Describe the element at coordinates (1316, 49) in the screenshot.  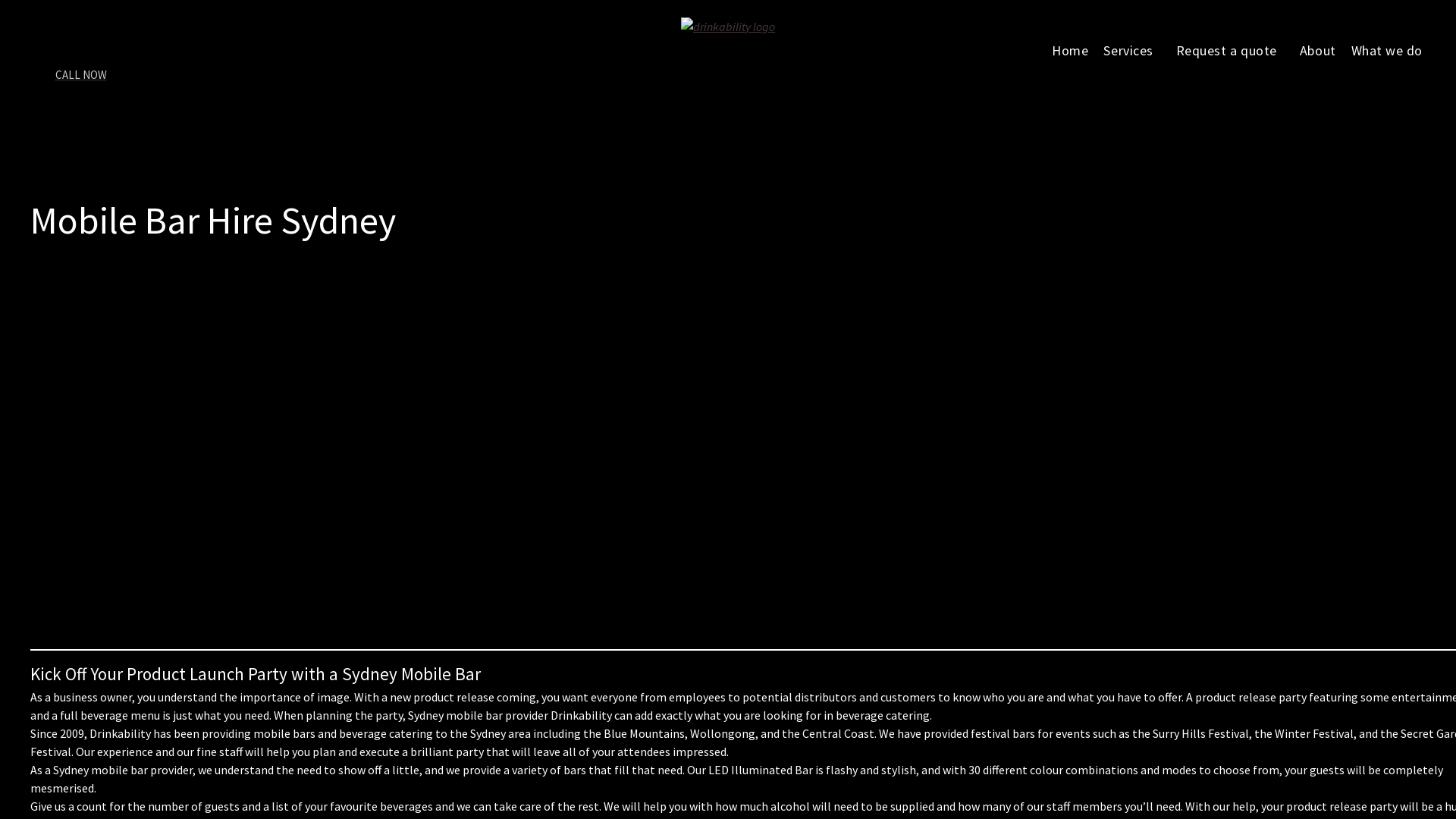
I see `'About'` at that location.